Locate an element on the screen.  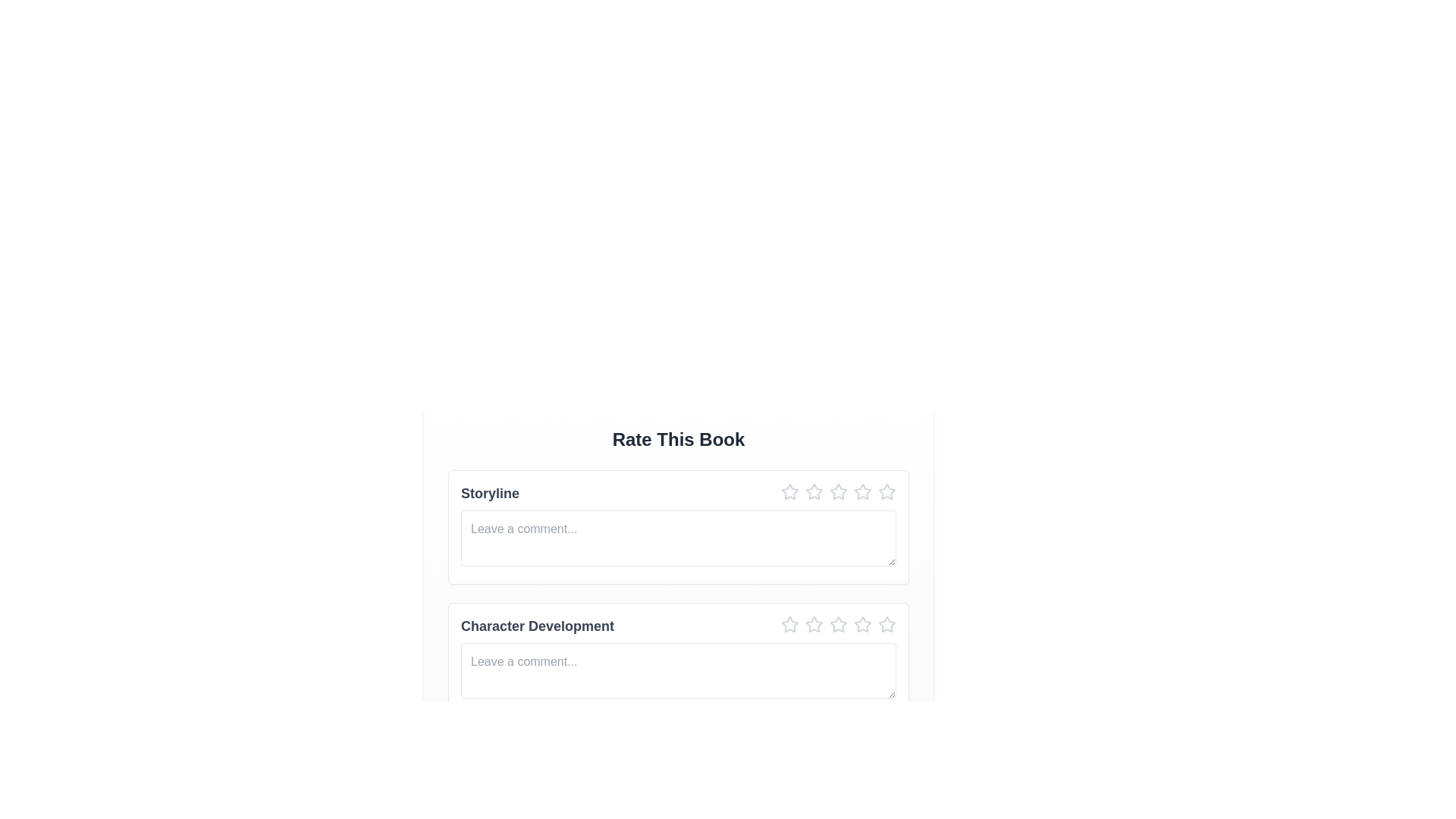
the fifth gray star icon in the horizontal series of rating icons under the 'Rate This Book' headline in the 'Storyline' section is located at coordinates (837, 491).